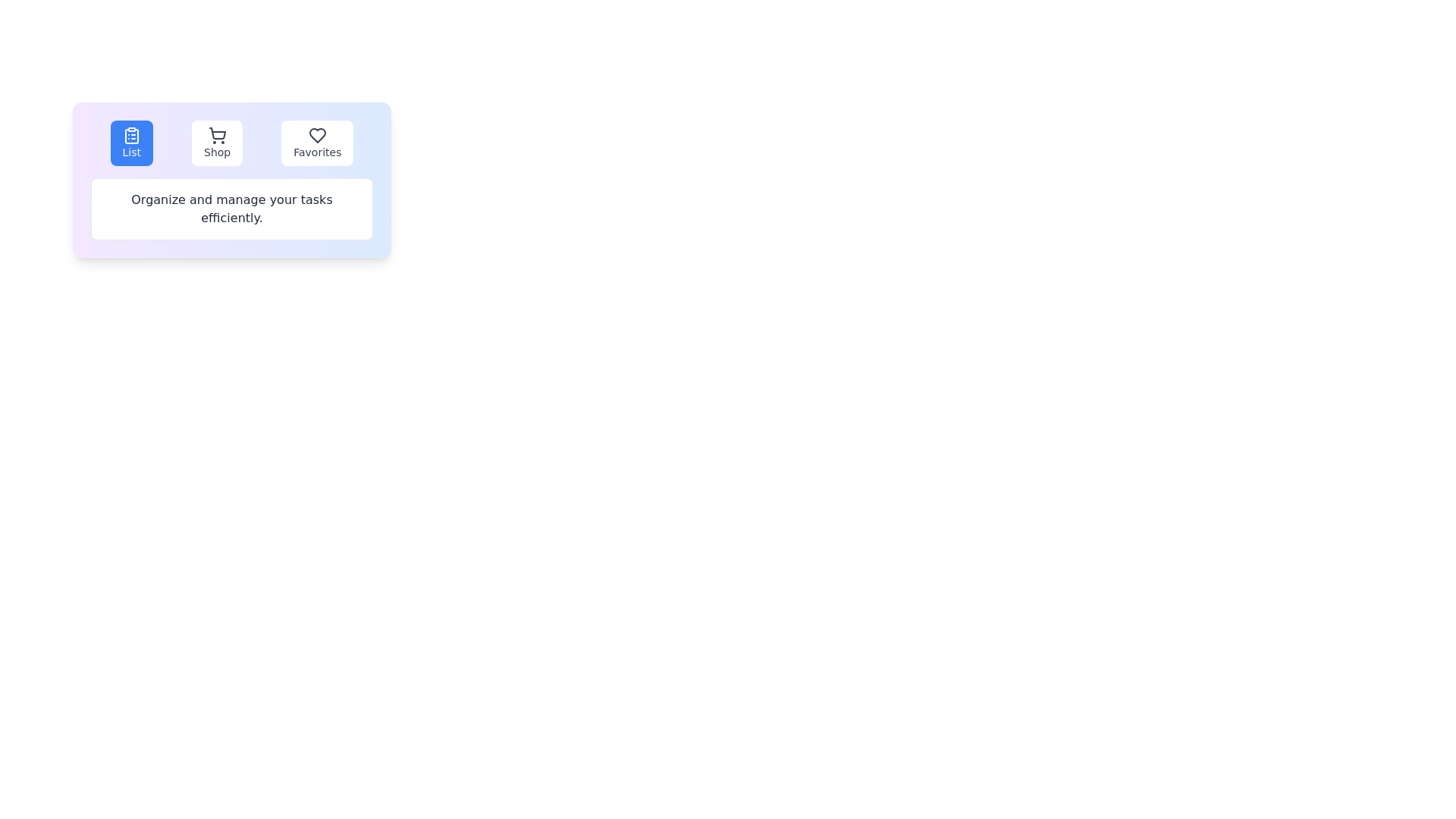  What do you see at coordinates (315, 143) in the screenshot?
I see `the Favorites tab to observe the hover effect` at bounding box center [315, 143].